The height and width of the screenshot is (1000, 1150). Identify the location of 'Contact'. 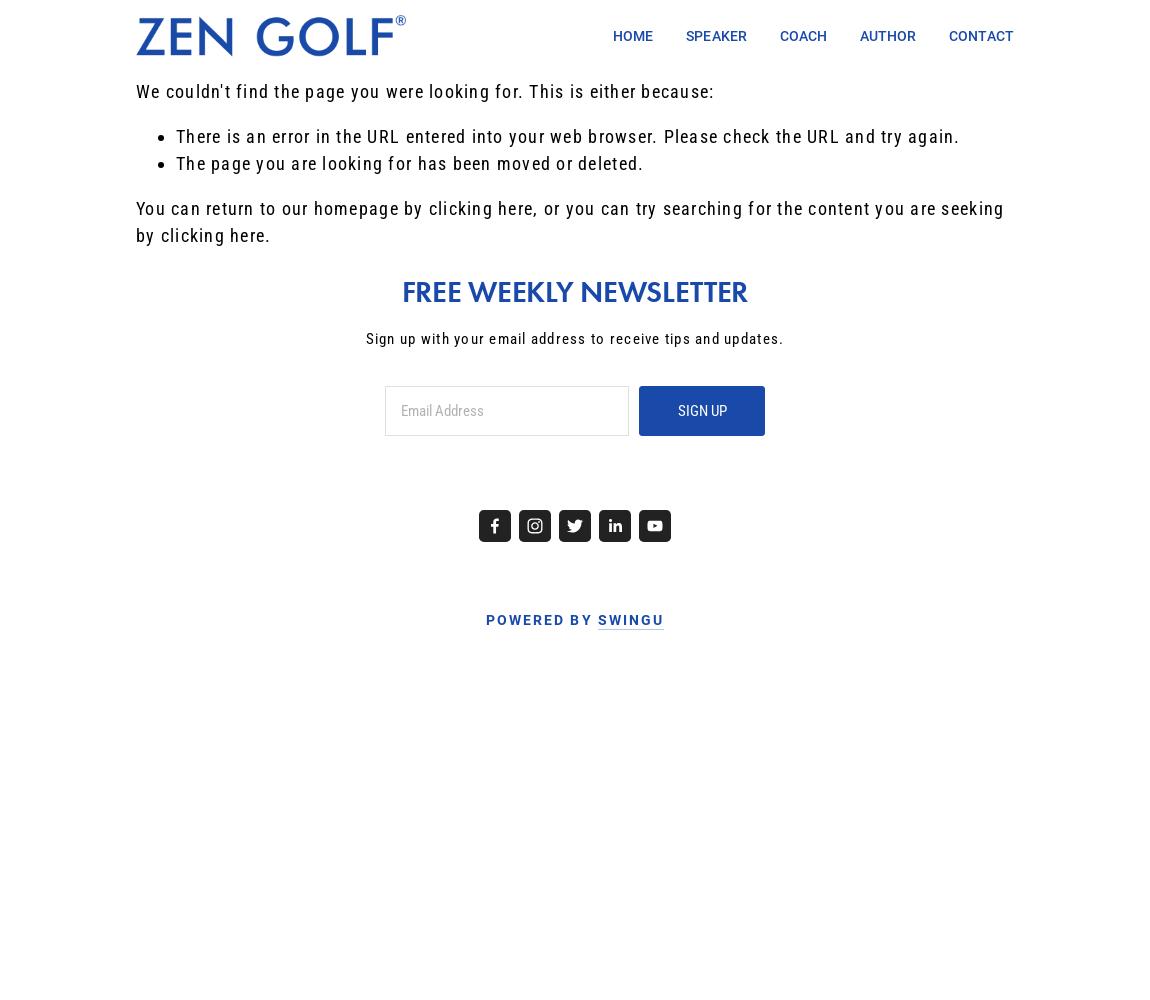
(981, 36).